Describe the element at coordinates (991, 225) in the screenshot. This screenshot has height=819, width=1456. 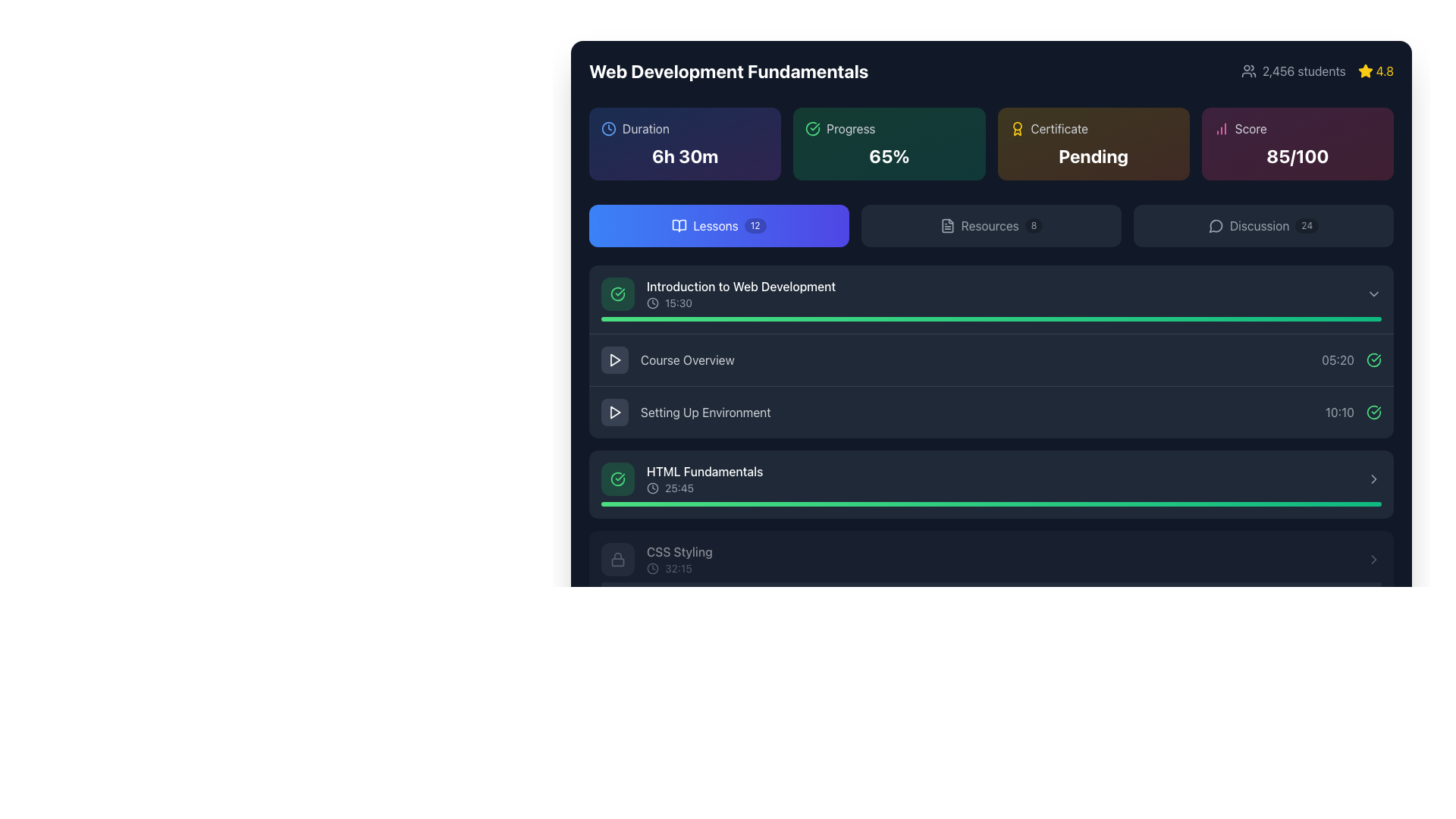
I see `the second button in the horizontal group of three buttons, located centrally in the upper section of the interface` at that location.